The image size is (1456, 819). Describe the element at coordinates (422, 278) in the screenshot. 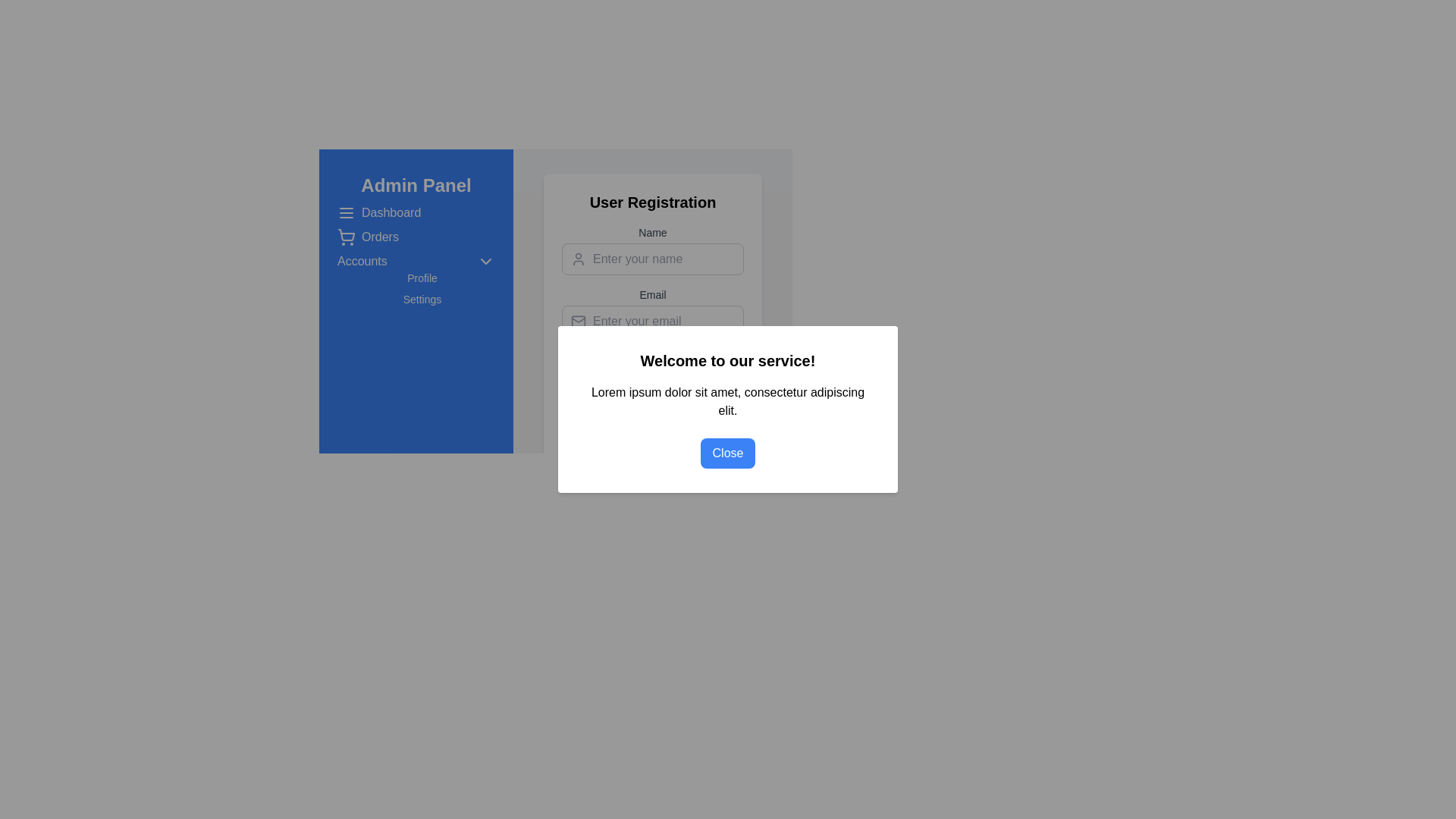

I see `the 'Profile' text label in the left-hand side menu` at that location.